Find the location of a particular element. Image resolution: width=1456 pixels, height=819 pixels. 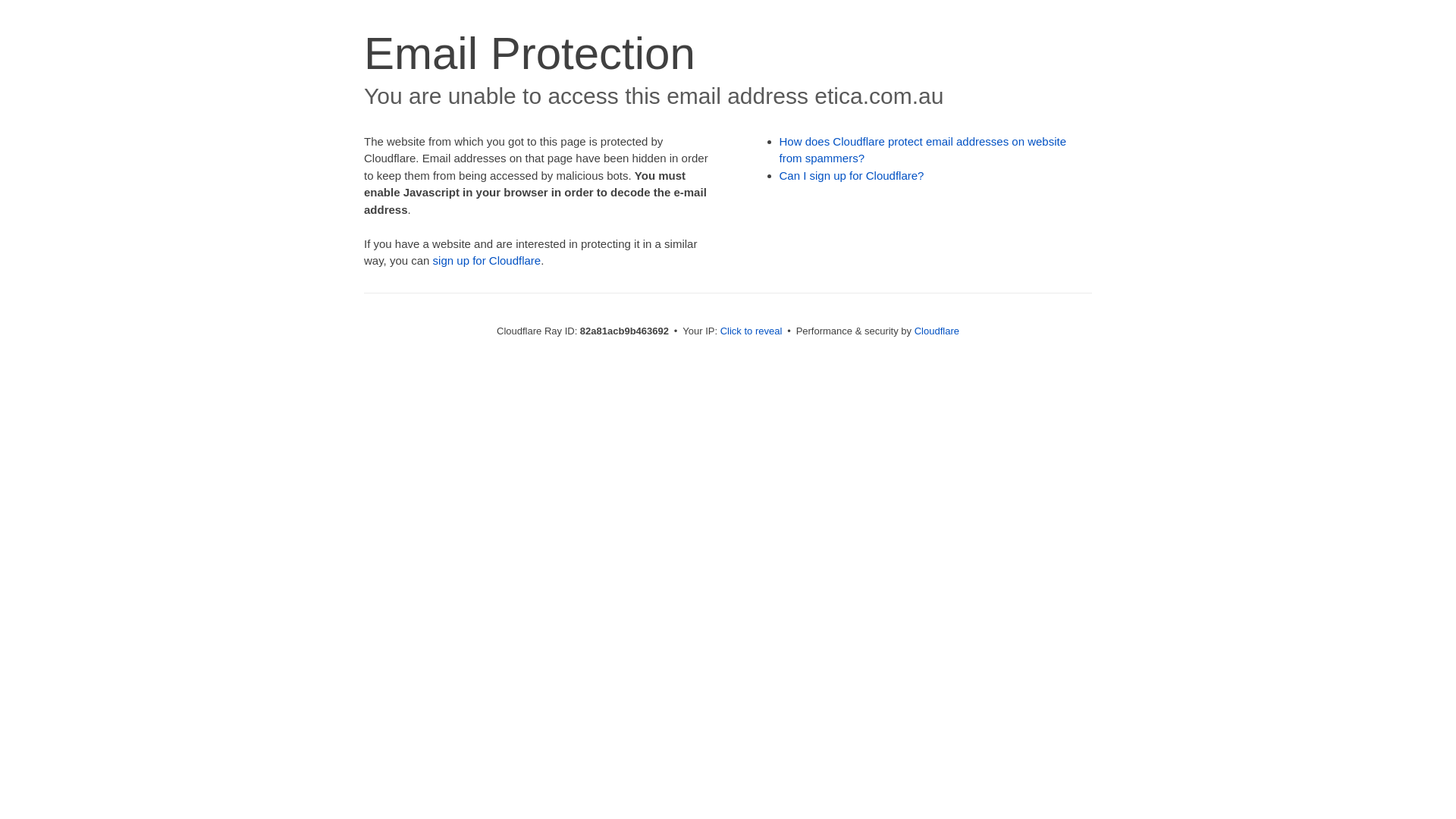

'sign up for Cloudflare' is located at coordinates (487, 259).